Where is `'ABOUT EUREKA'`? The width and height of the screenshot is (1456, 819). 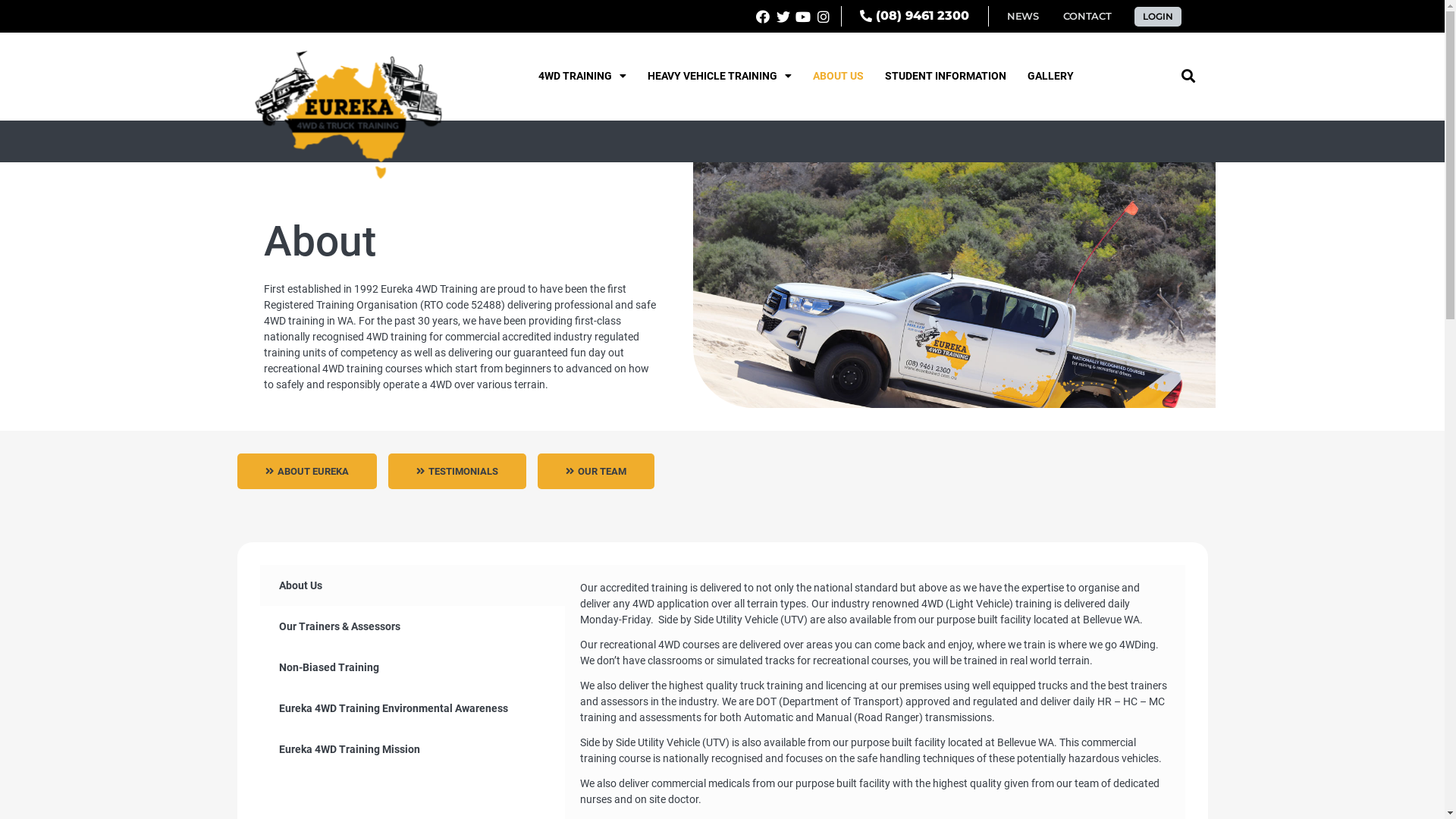 'ABOUT EUREKA' is located at coordinates (305, 470).